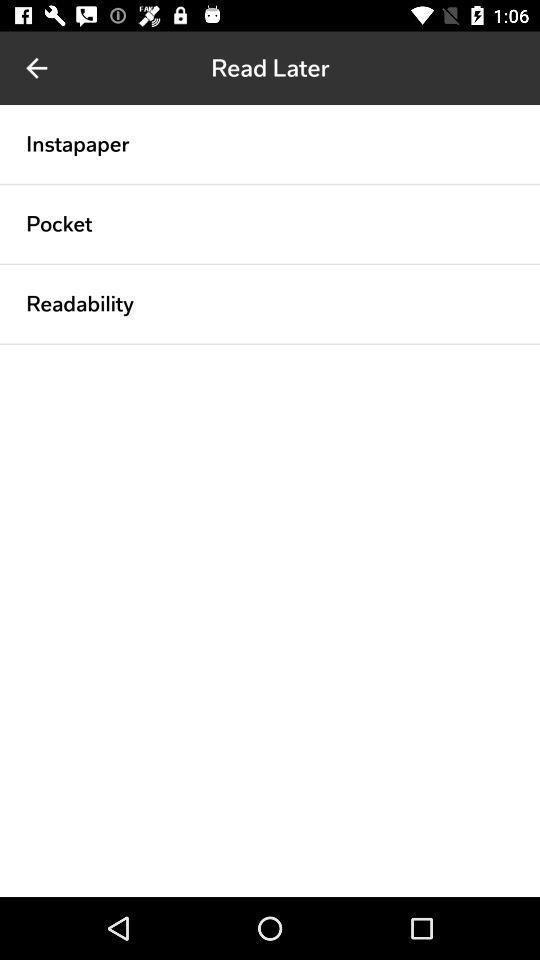 The height and width of the screenshot is (960, 540). What do you see at coordinates (36, 68) in the screenshot?
I see `the item to the left of read later` at bounding box center [36, 68].